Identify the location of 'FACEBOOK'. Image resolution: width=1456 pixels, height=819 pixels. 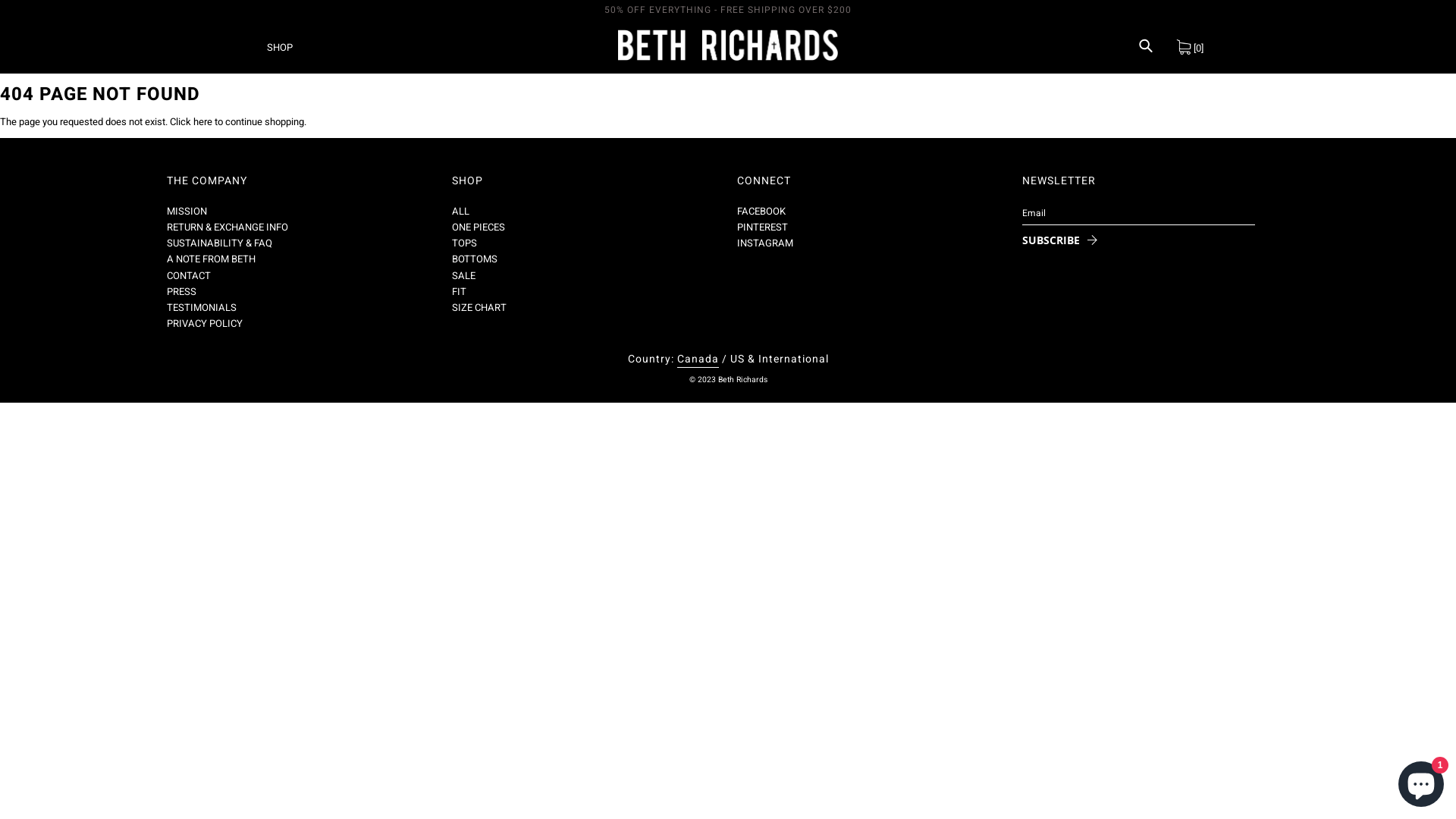
(761, 211).